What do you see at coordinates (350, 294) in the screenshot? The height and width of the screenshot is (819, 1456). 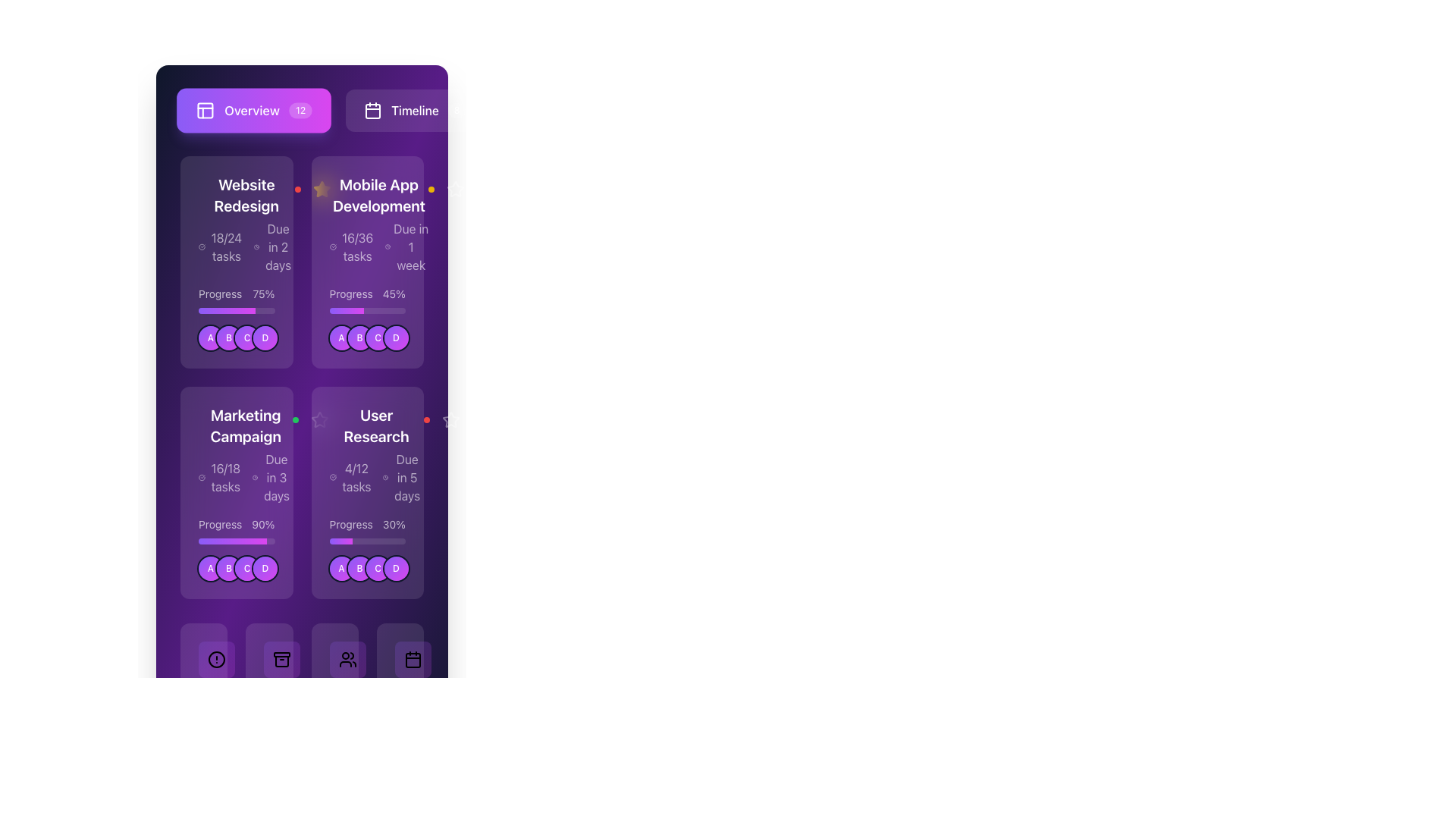 I see `the label indicating the progress percentage of the task within the 'Mobile App Development' card in the second column, first row of the grid layout` at bounding box center [350, 294].